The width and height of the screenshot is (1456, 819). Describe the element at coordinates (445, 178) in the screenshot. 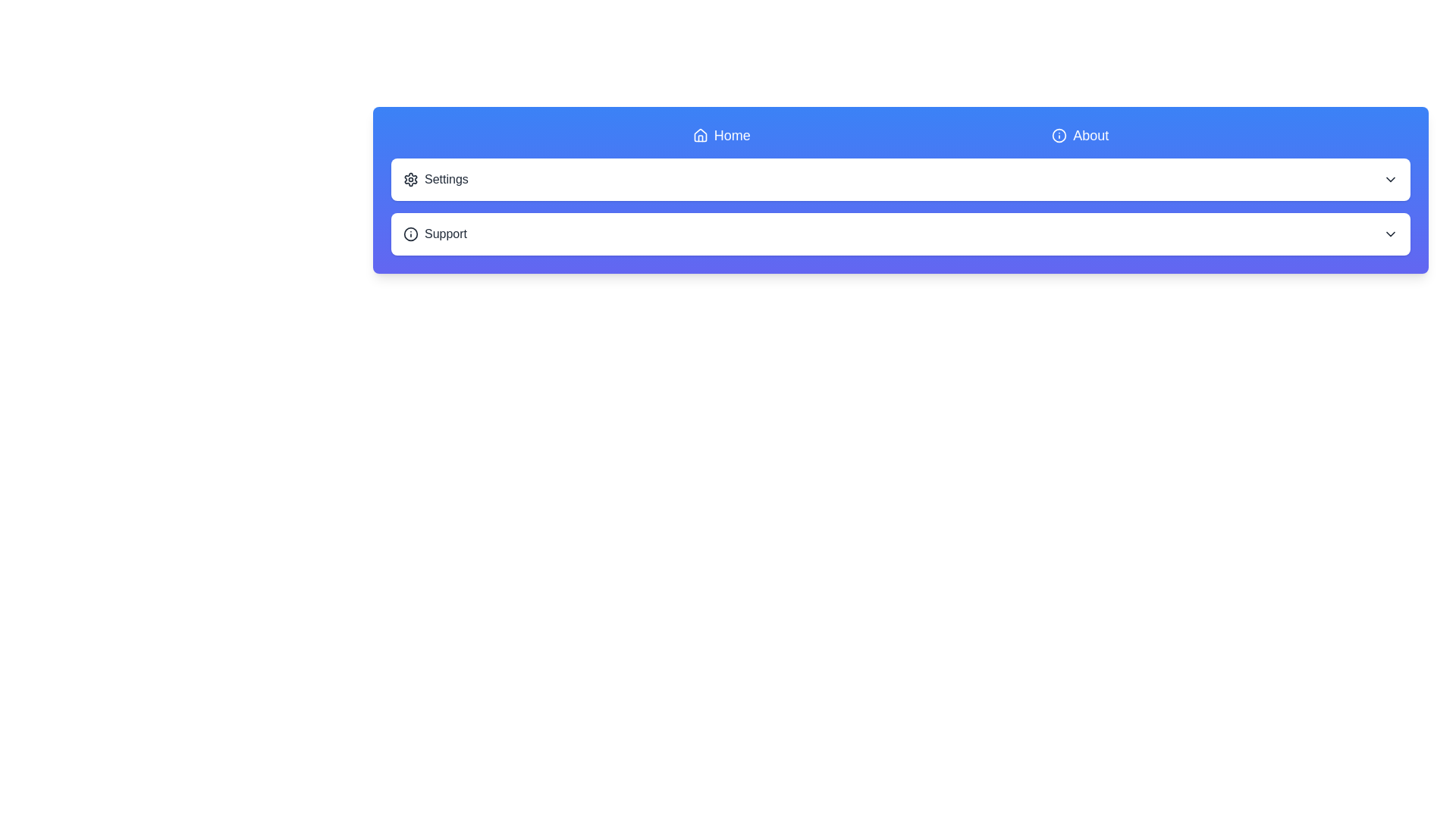

I see `the 'Settings' text label, which is styled in a dark color next` at that location.